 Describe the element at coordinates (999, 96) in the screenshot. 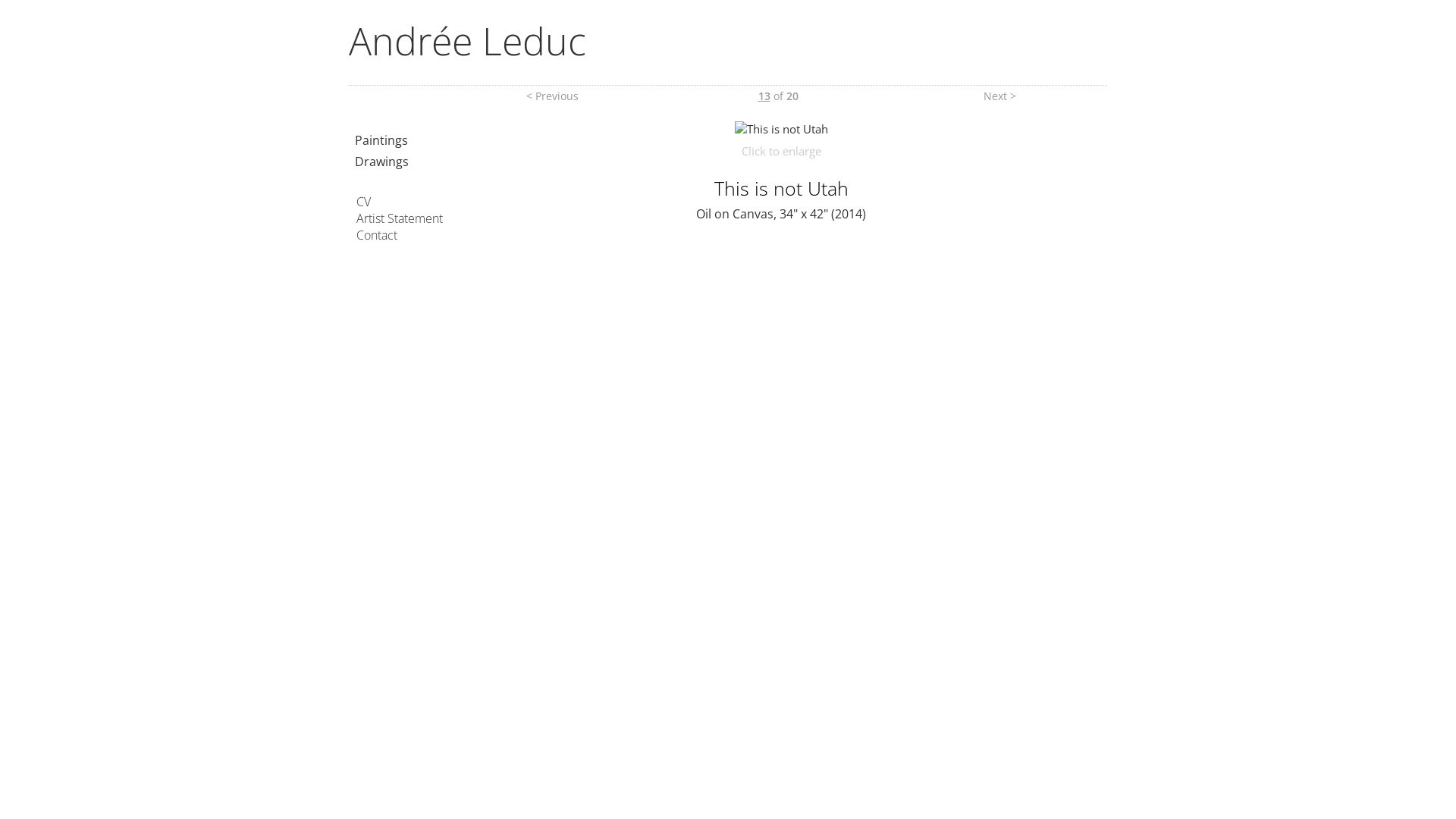

I see `'Next >'` at that location.